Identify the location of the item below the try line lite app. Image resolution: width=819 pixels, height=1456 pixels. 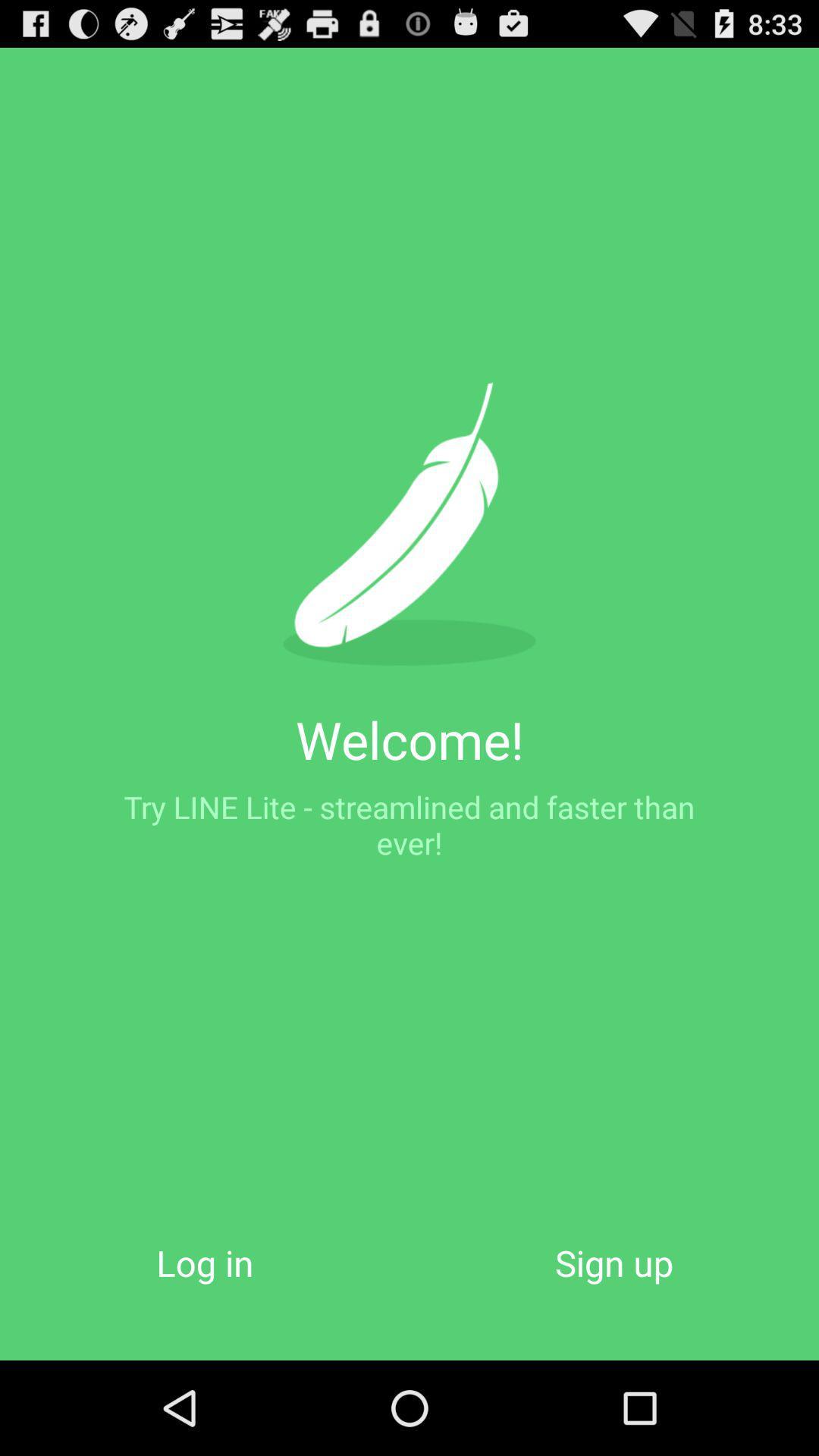
(205, 1263).